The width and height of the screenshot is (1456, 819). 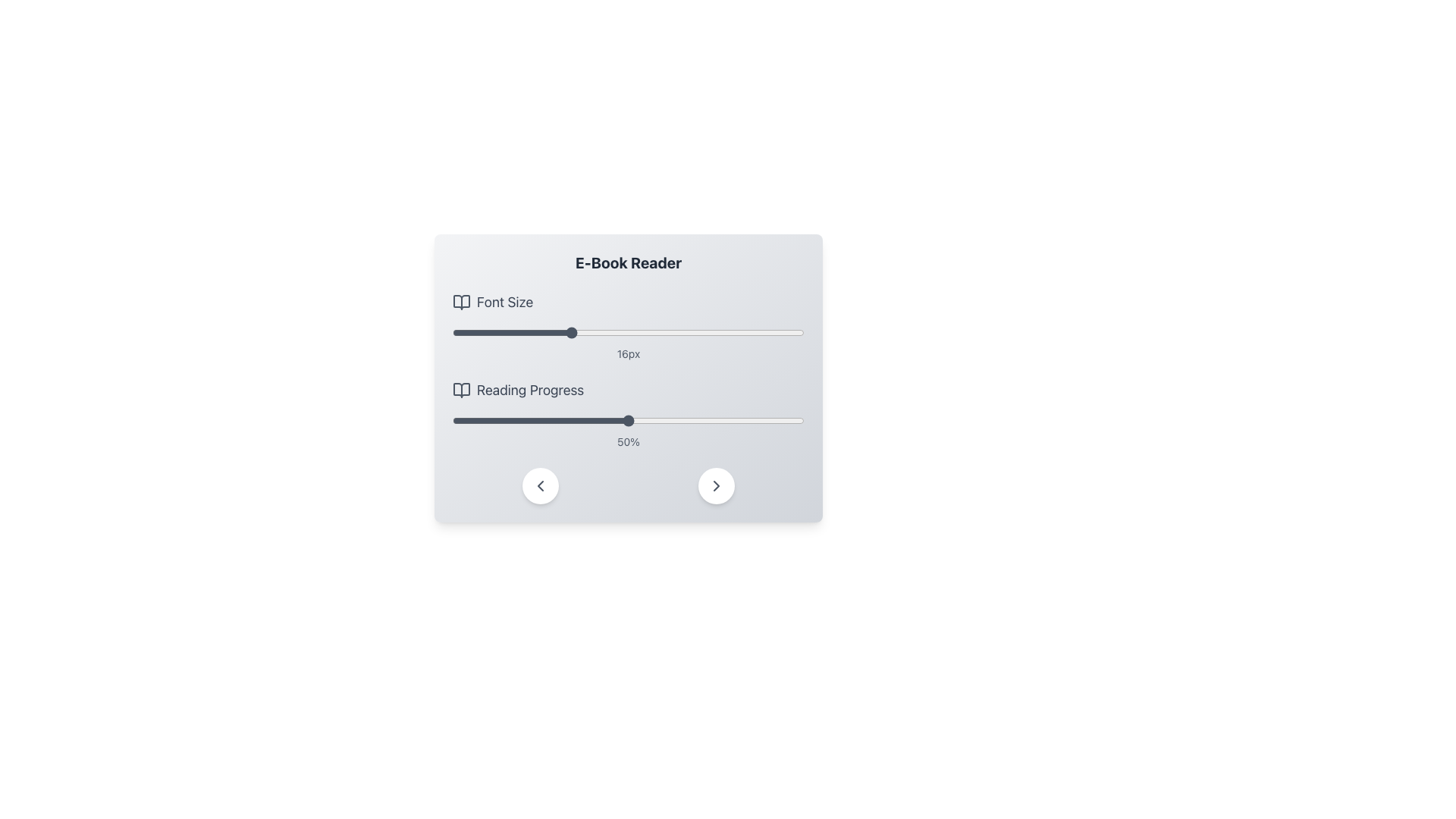 What do you see at coordinates (629, 415) in the screenshot?
I see `the progress bar labeled 'Reading Progress' which displays a book icon on the left and shows 50% progress, located below the 'Font Size' section` at bounding box center [629, 415].